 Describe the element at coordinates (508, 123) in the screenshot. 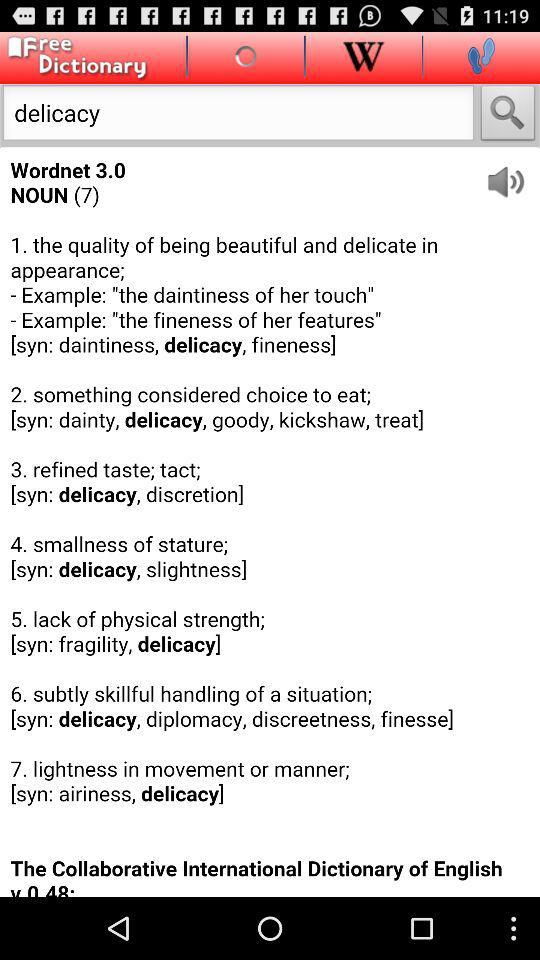

I see `the search icon` at that location.